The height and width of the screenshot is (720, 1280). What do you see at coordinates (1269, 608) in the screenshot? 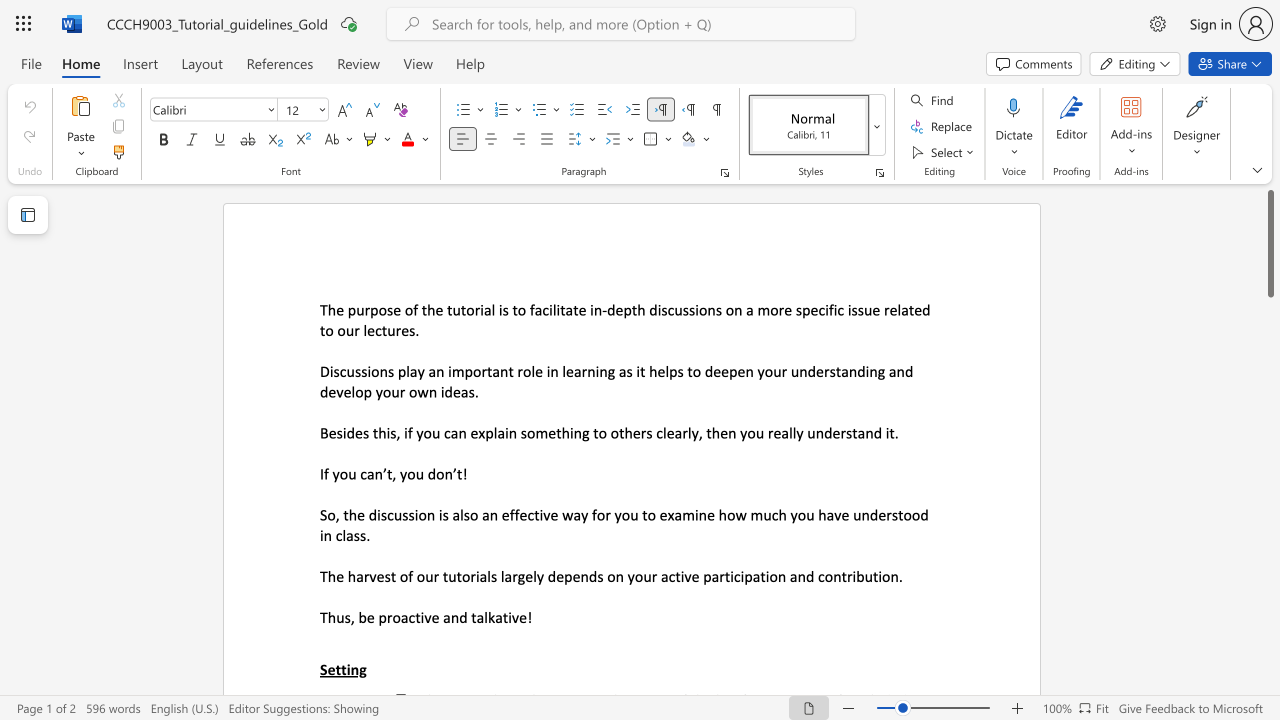
I see `the scrollbar to move the page down` at bounding box center [1269, 608].